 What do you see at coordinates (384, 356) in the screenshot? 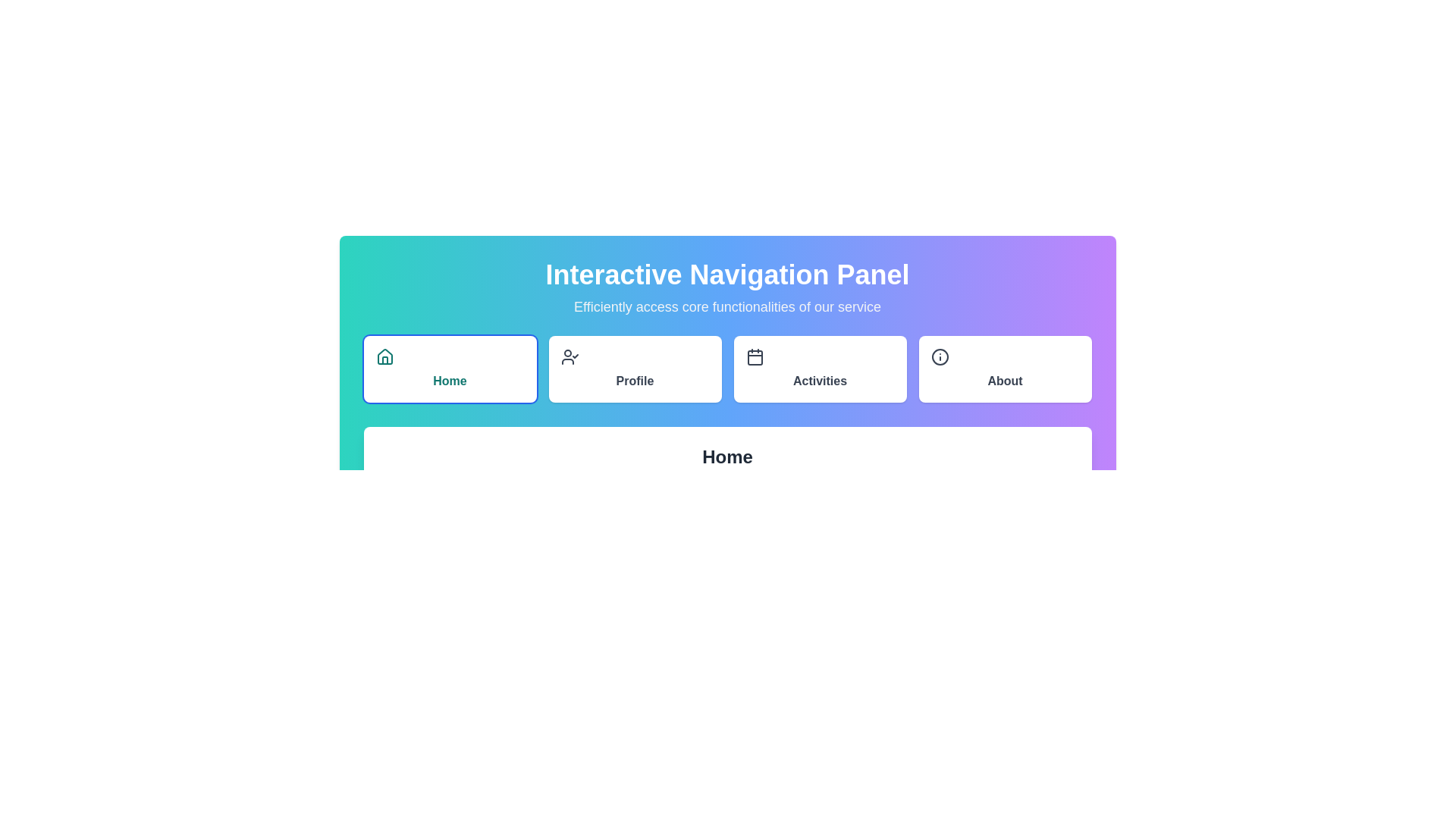
I see `the 'Home' icon located in the leftmost navigation panel, which is above the text label 'Home'` at bounding box center [384, 356].